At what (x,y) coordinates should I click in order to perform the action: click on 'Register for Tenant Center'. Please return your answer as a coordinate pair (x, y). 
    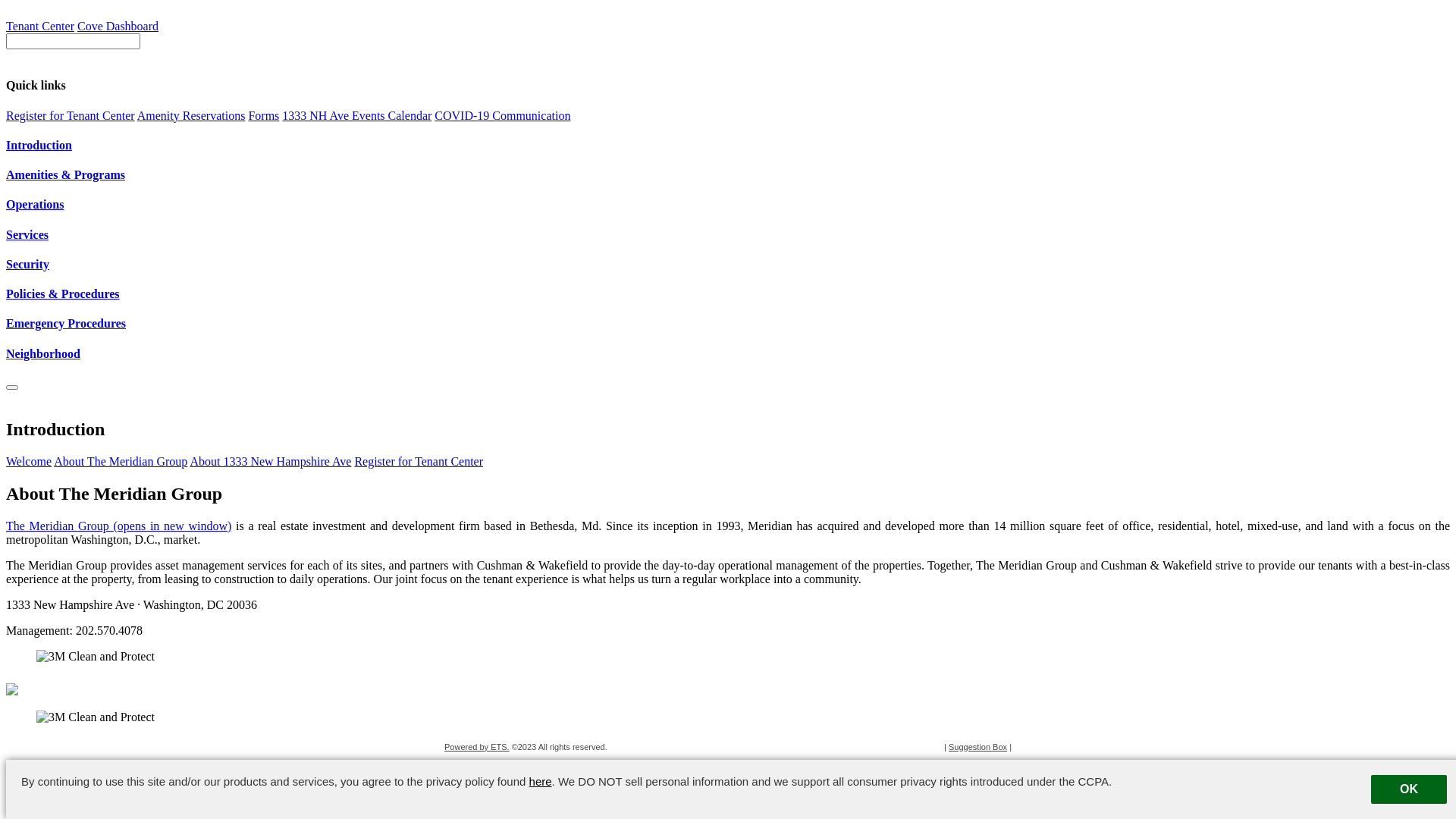
    Looking at the image, I should click on (69, 115).